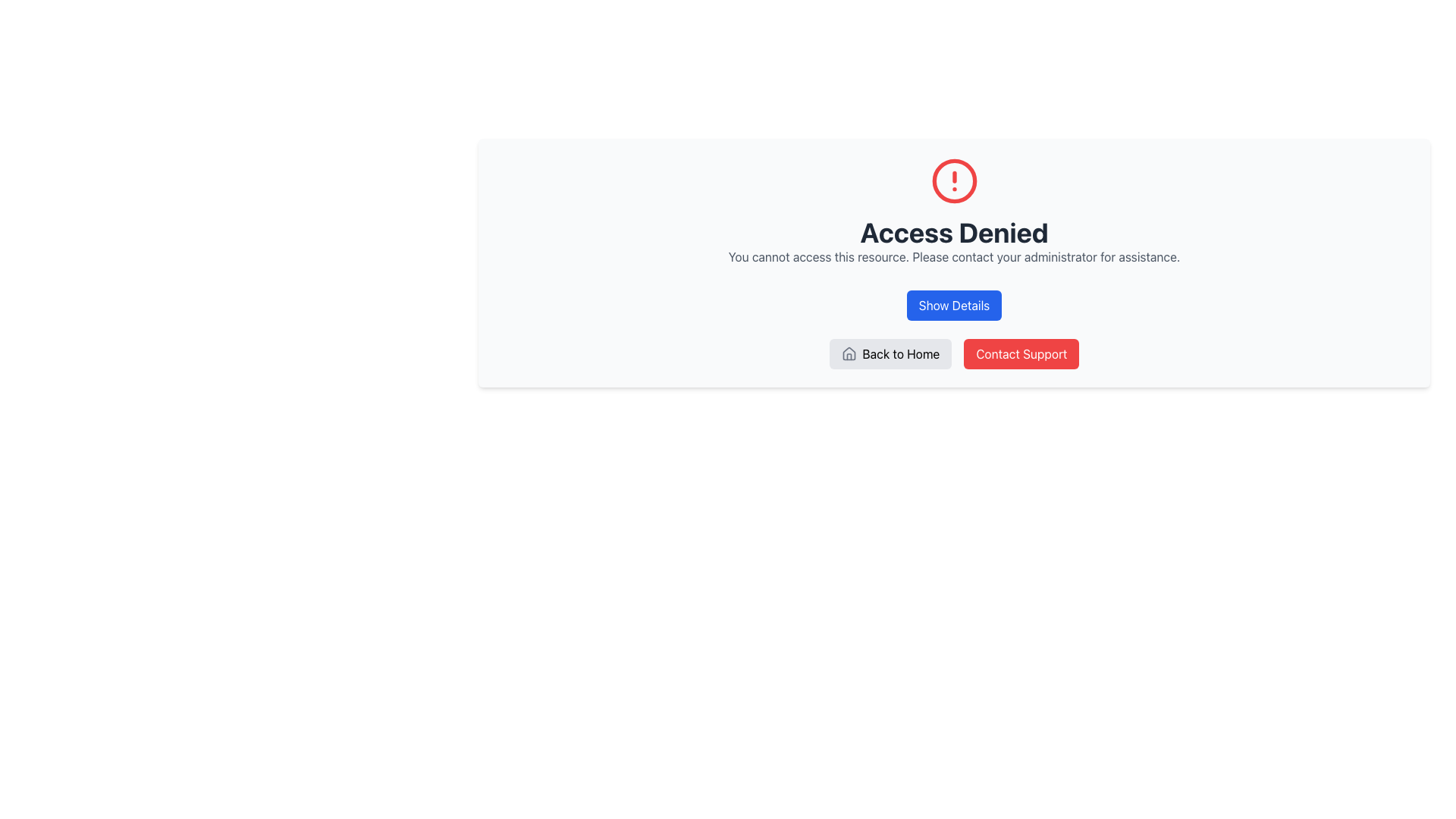 This screenshot has width=1456, height=819. What do you see at coordinates (953, 305) in the screenshot?
I see `the 'Show Details' button located below the 'Access Denied' heading for accessibility purposes` at bounding box center [953, 305].